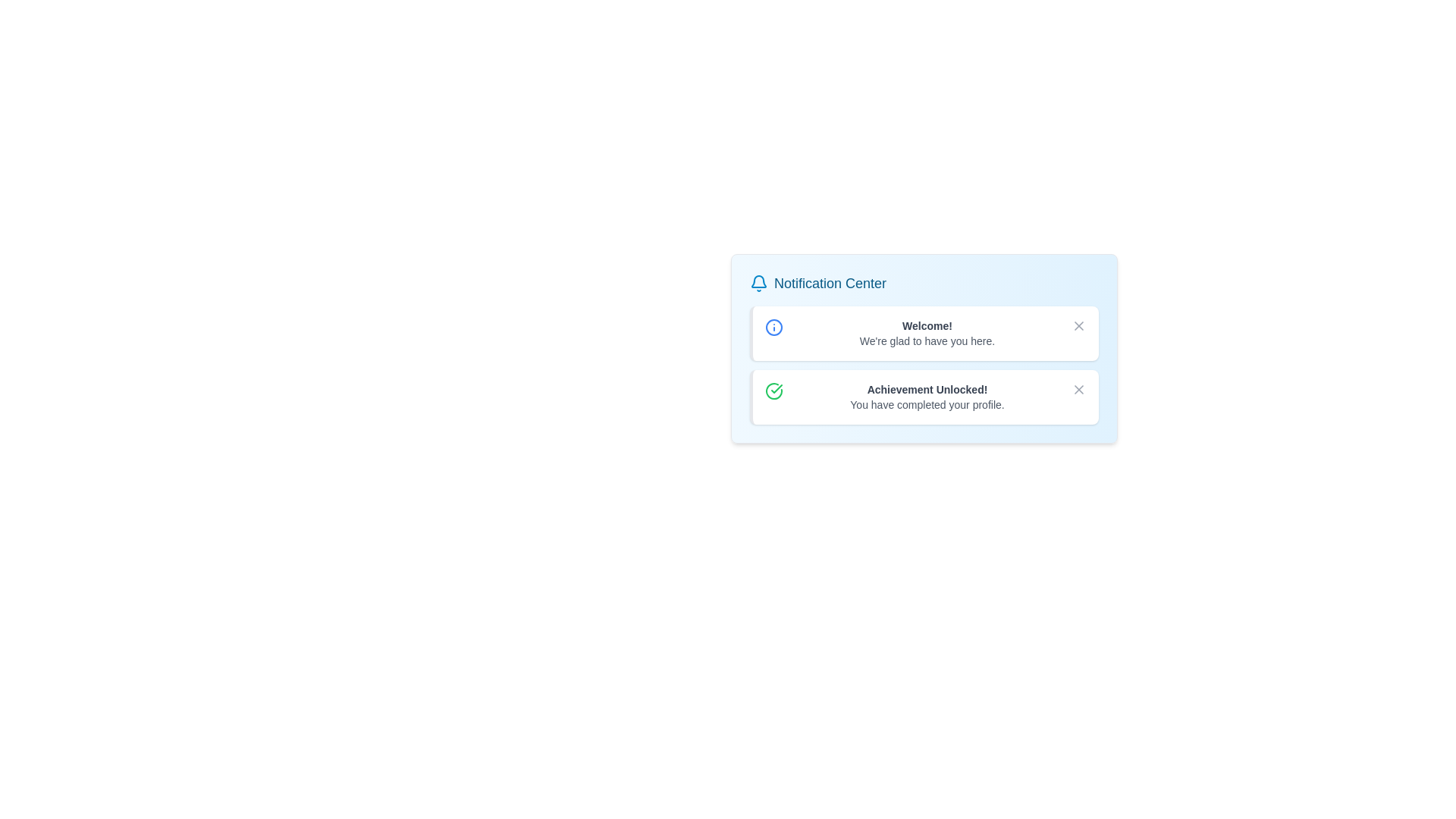 The height and width of the screenshot is (819, 1456). I want to click on the close button represented by a diagonal cross icon in the top-right corner of the first notification card, so click(1078, 325).